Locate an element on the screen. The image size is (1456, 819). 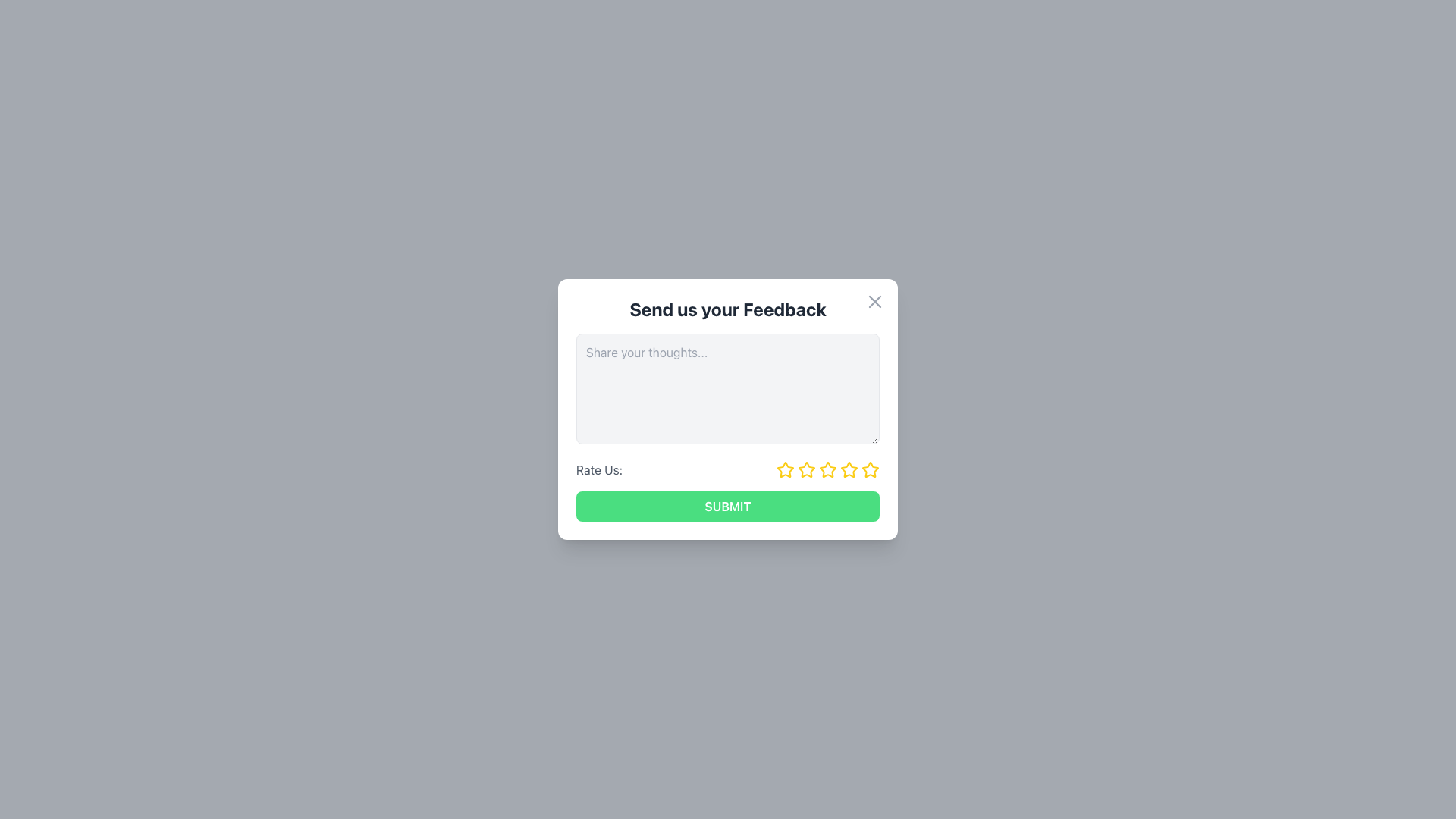
the fifth star in the sequence of rating stars, which is a yellow star-shaped SVG icon with a hollow center is located at coordinates (870, 469).